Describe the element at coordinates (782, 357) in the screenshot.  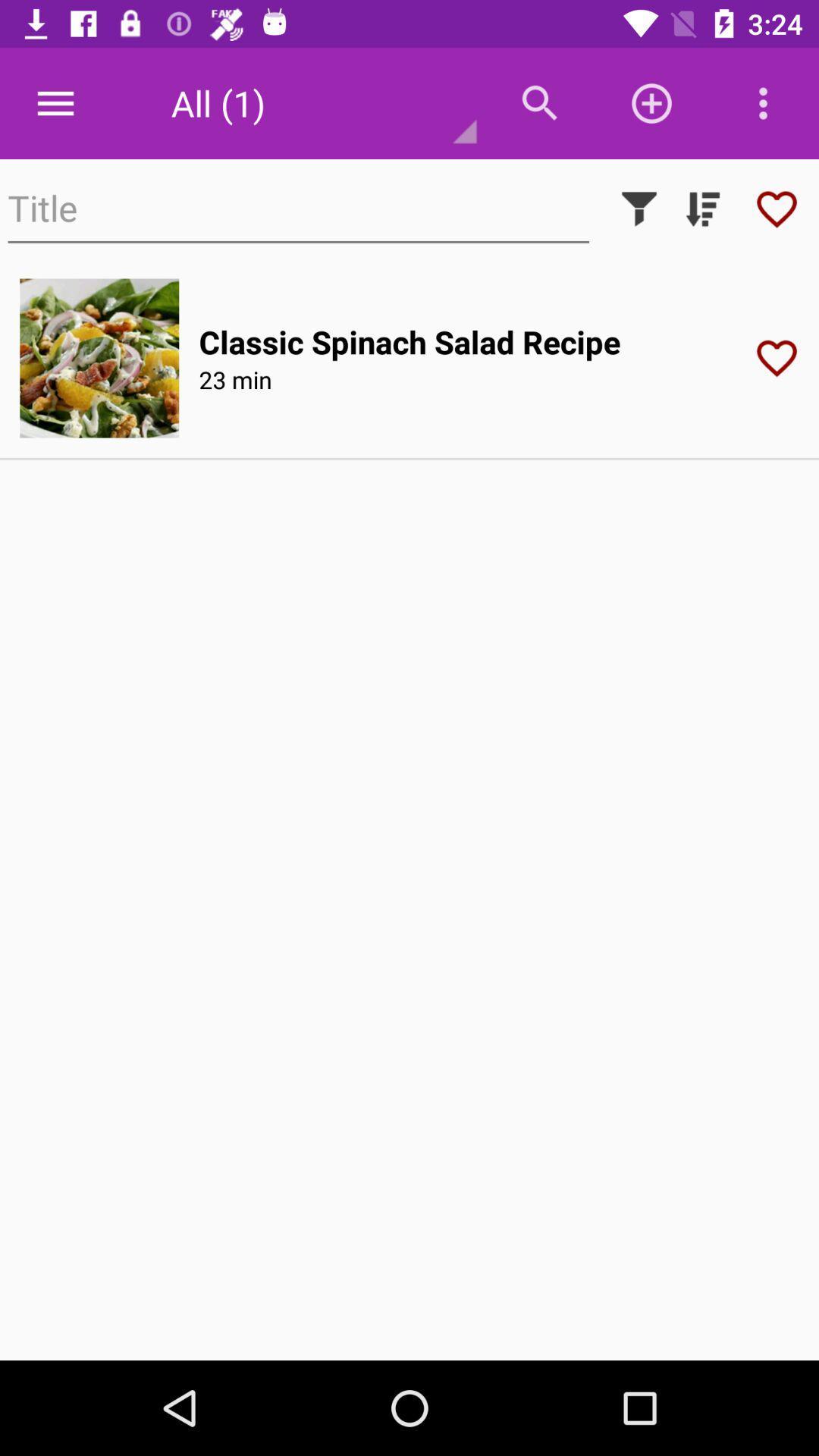
I see `like button` at that location.